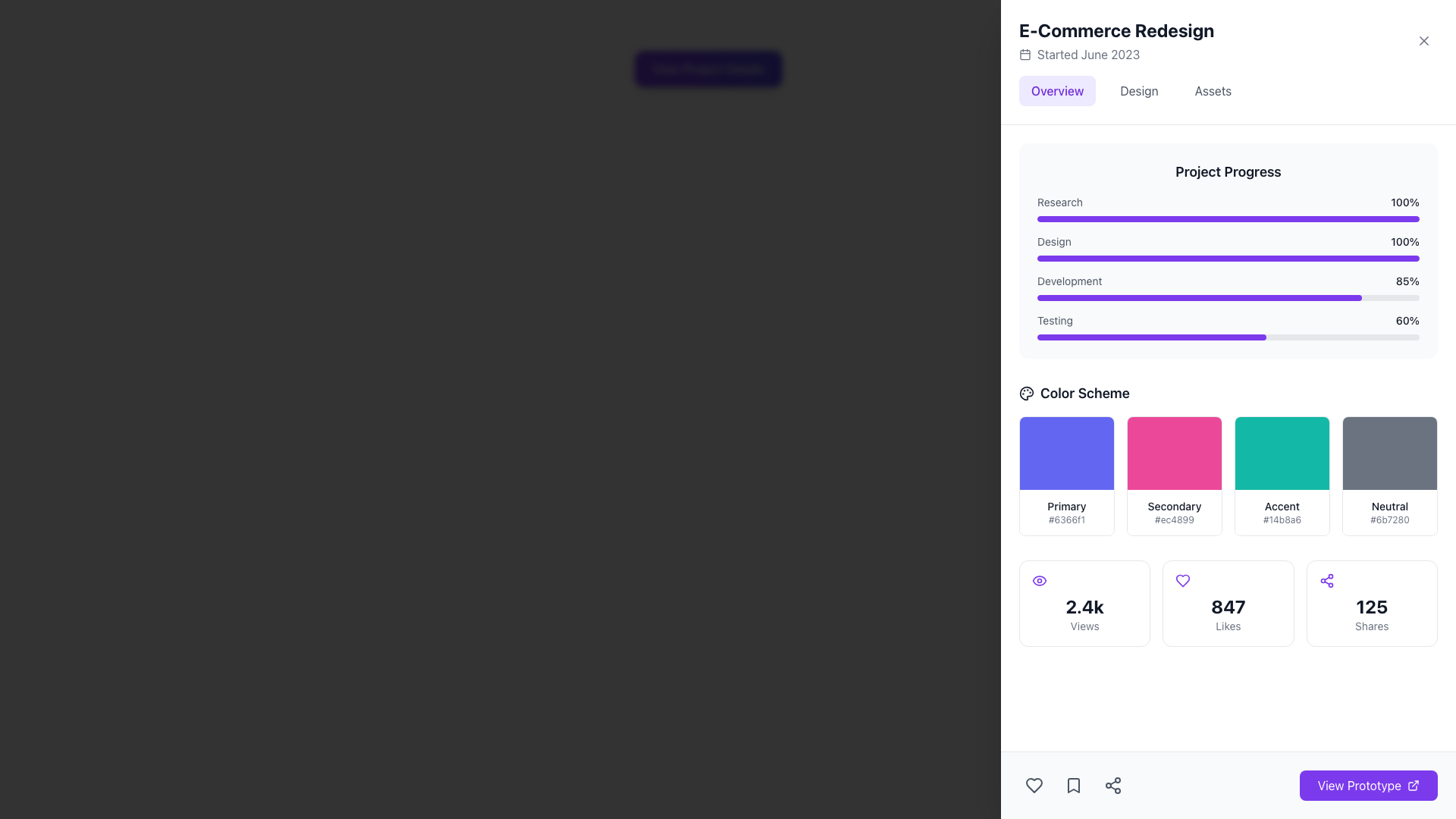 The width and height of the screenshot is (1456, 819). Describe the element at coordinates (1065, 512) in the screenshot. I see `text of the Label containing 'Primary' and '#6366f1' located in the 'Color Scheme' section, beneath the purple rectangular area` at that location.